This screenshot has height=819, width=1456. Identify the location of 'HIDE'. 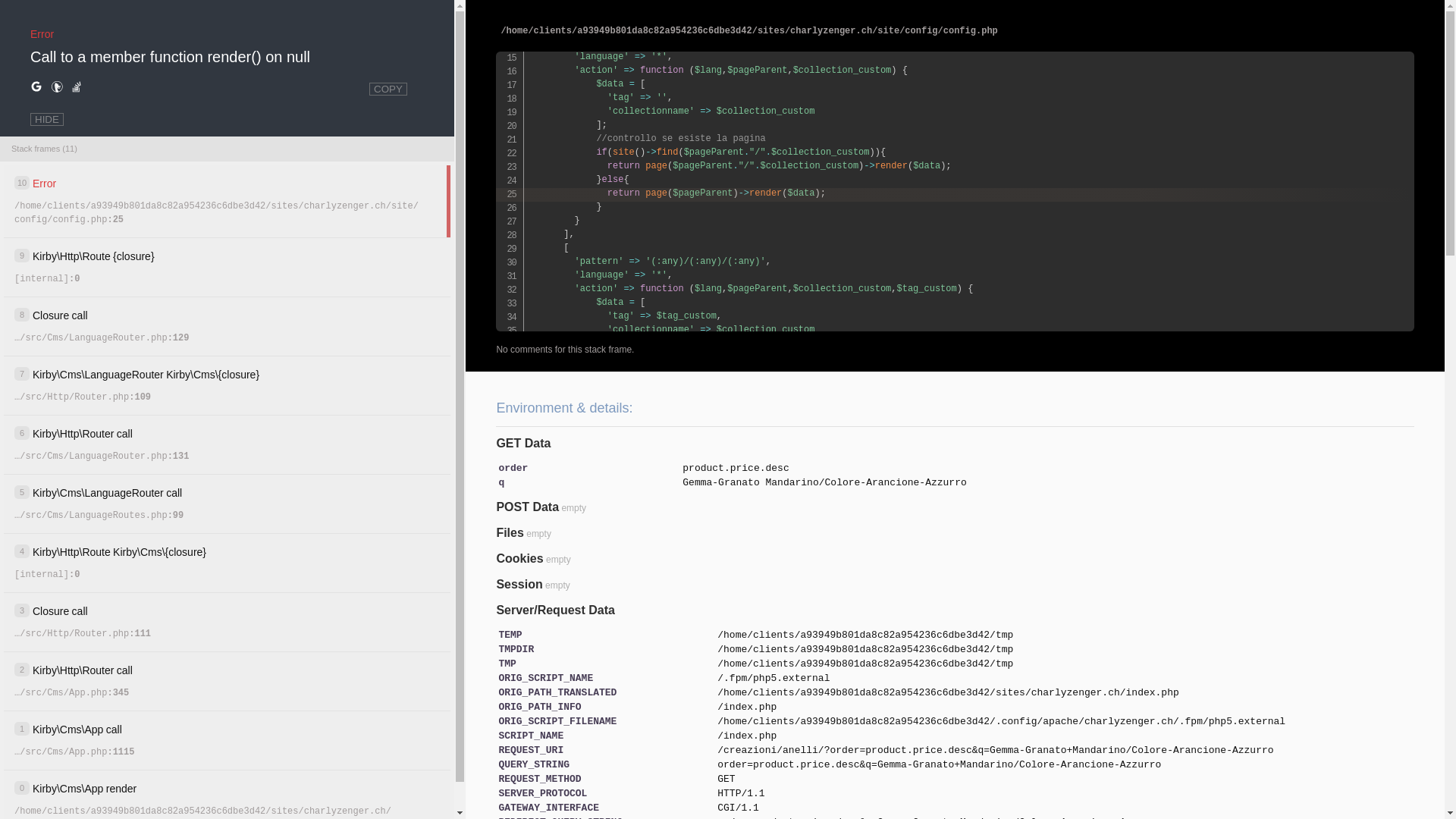
(47, 118).